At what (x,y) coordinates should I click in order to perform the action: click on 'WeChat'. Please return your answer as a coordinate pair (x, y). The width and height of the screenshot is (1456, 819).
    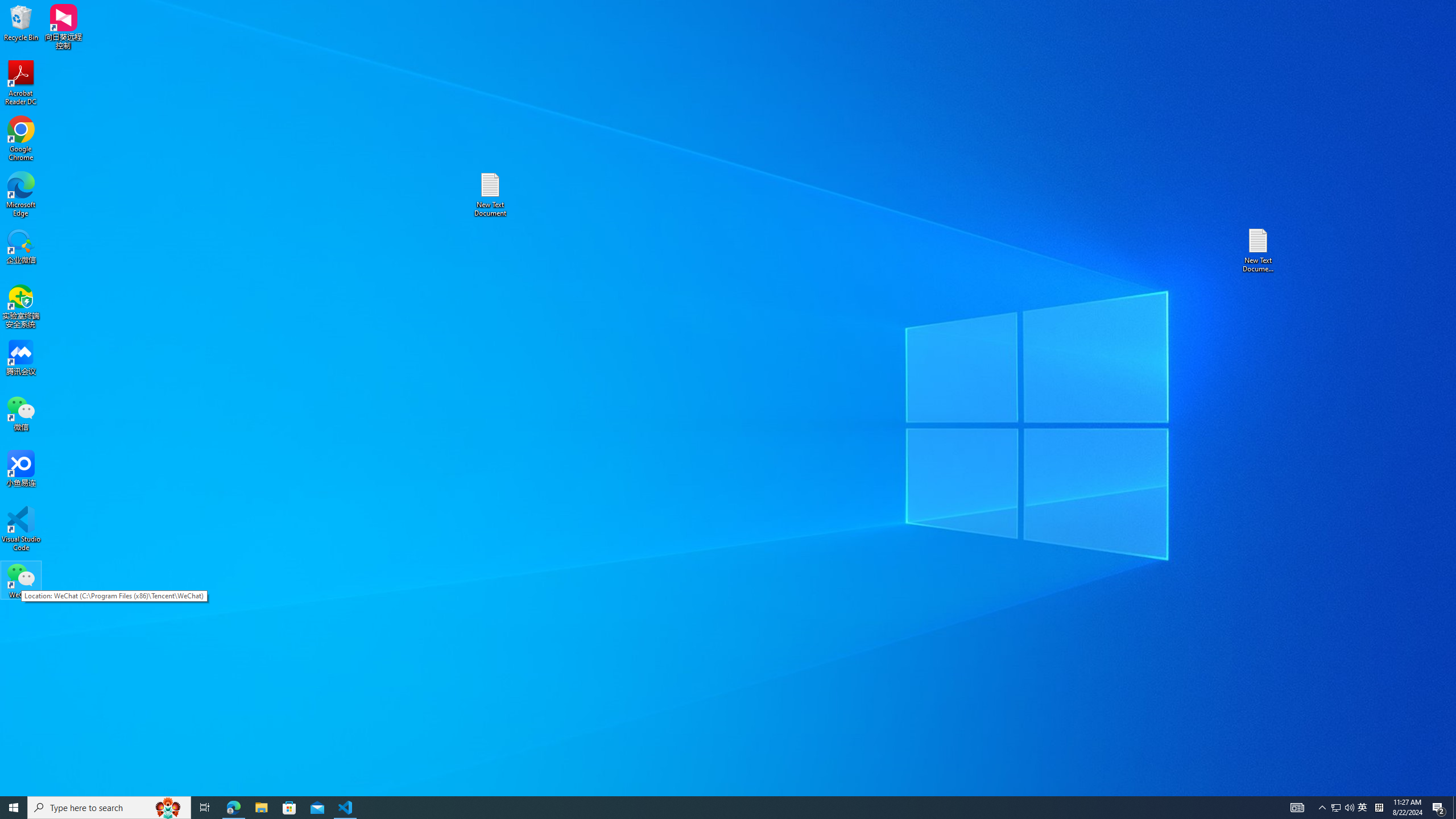
    Looking at the image, I should click on (20, 580).